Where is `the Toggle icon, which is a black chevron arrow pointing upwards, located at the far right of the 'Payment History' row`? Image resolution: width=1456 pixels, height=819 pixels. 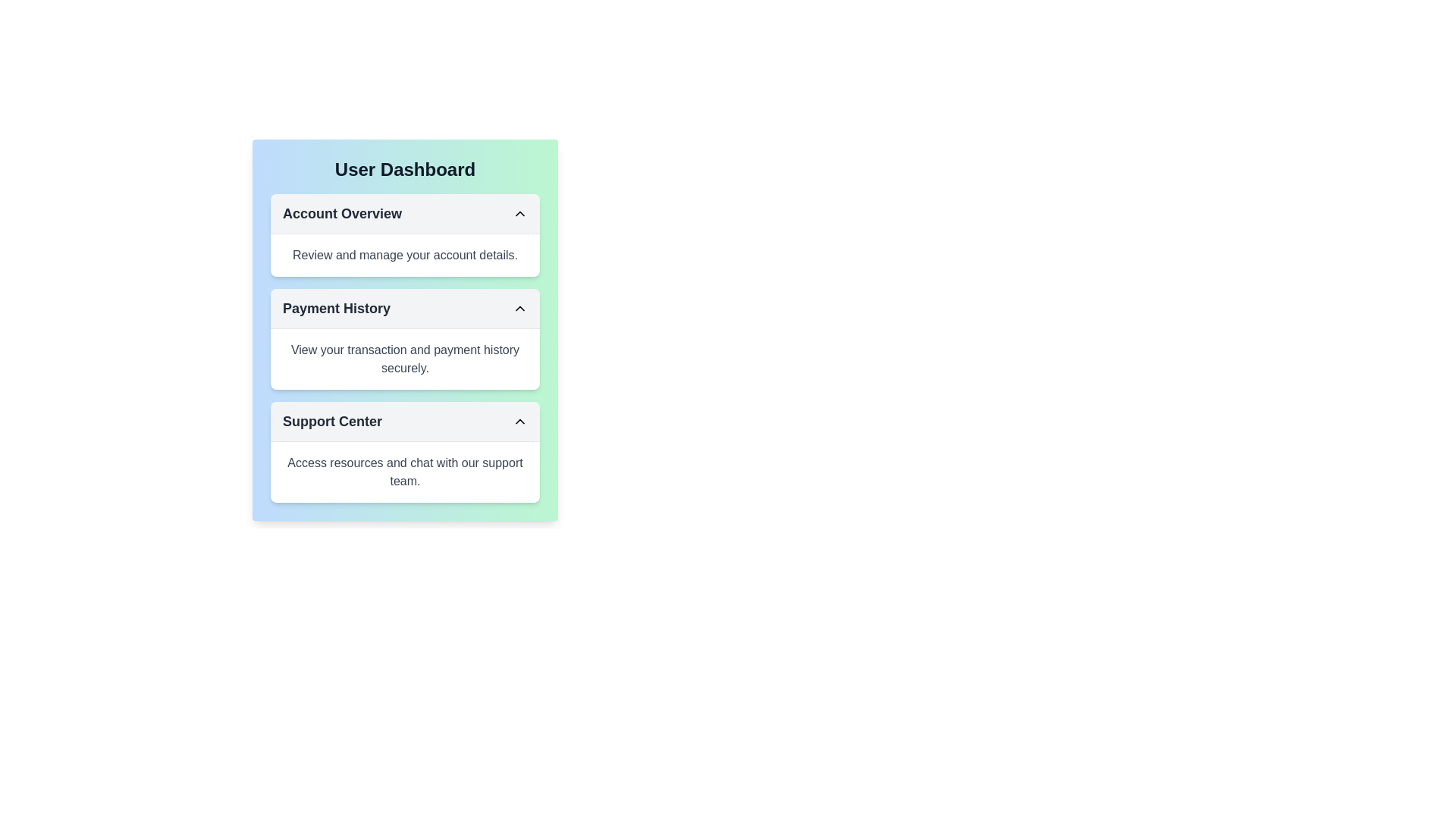
the Toggle icon, which is a black chevron arrow pointing upwards, located at the far right of the 'Payment History' row is located at coordinates (520, 308).